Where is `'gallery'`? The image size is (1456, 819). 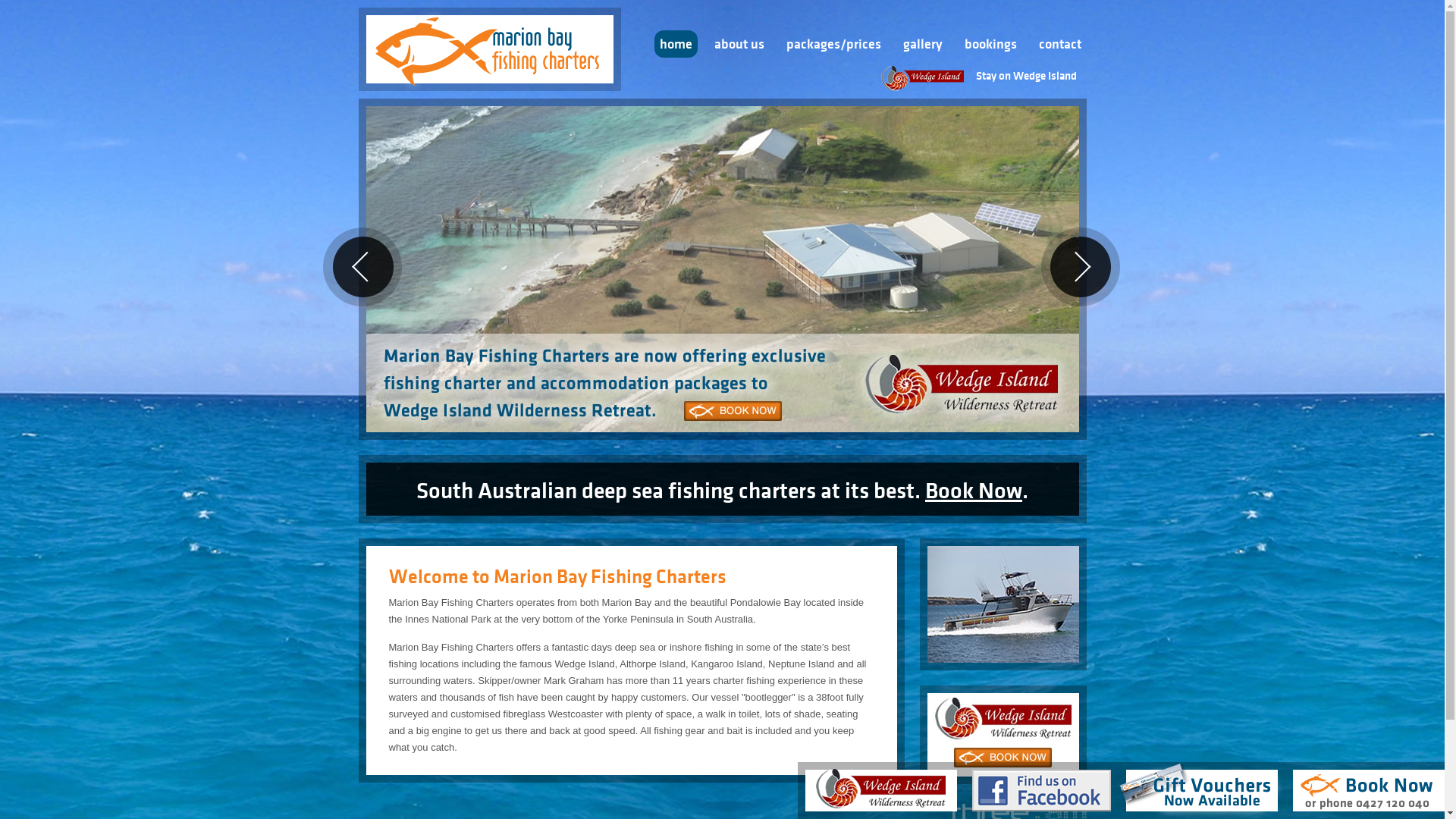 'gallery' is located at coordinates (922, 42).